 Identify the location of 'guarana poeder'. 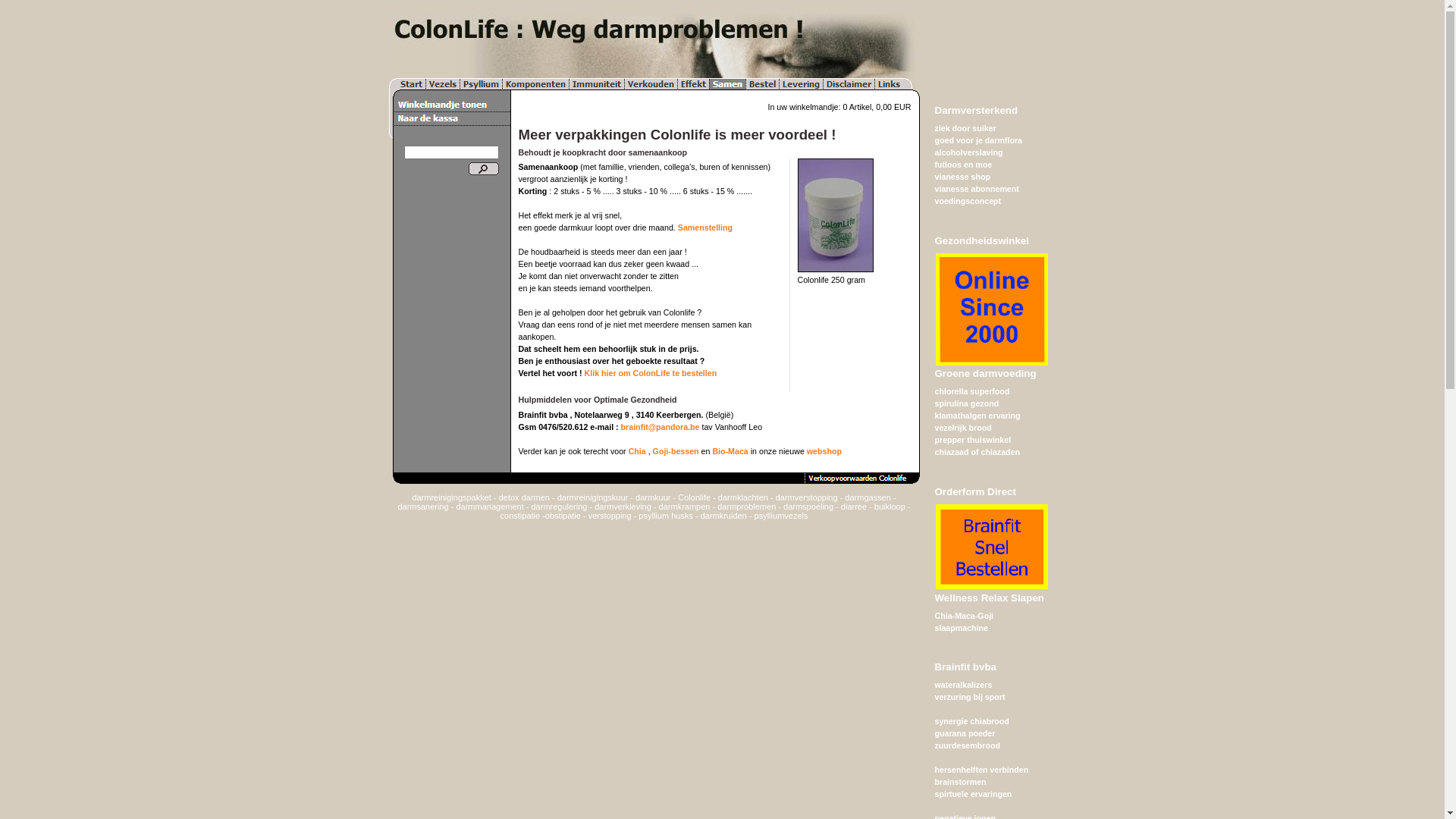
(964, 733).